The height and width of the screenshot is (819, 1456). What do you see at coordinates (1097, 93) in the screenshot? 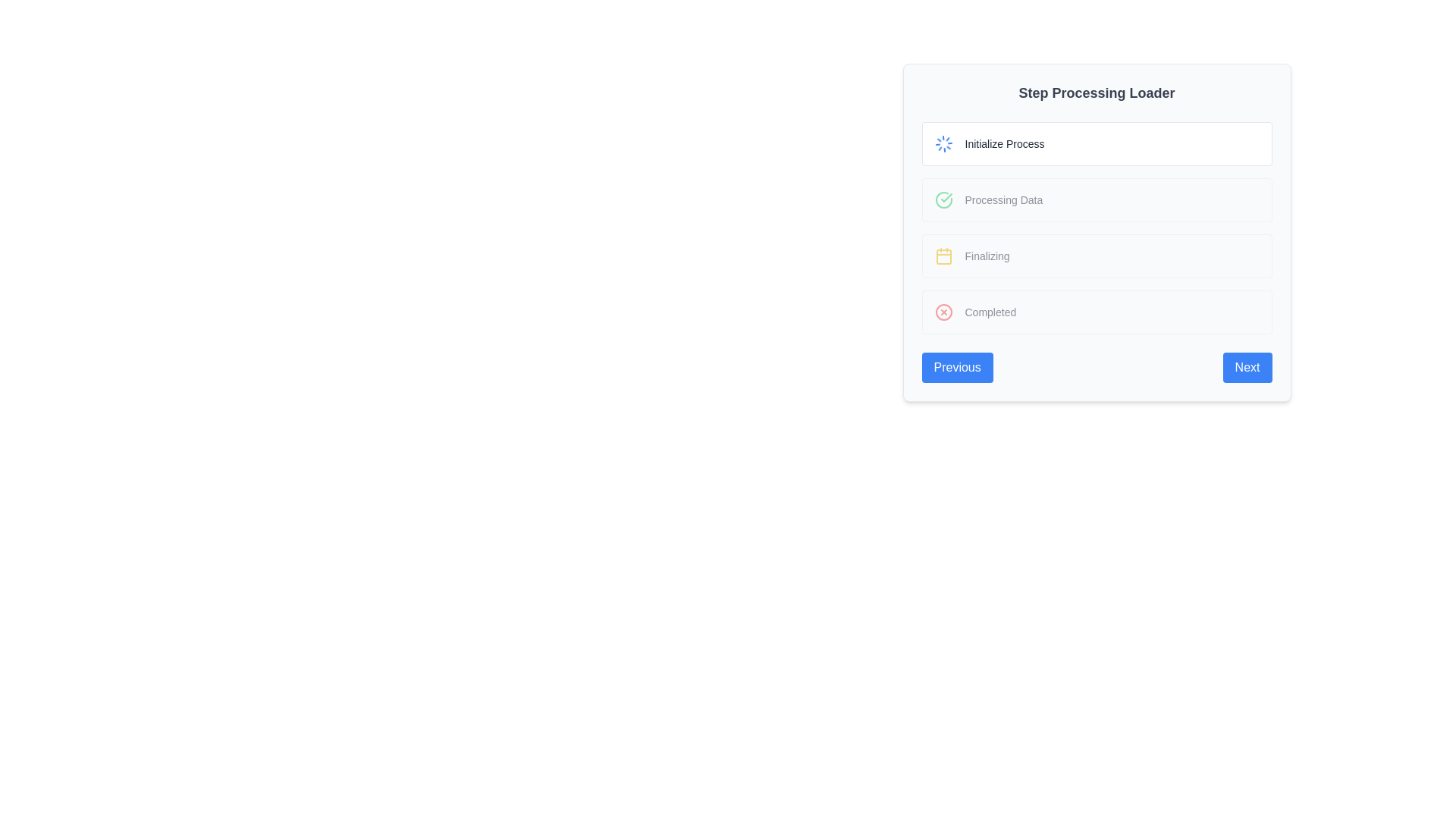
I see `the text label that reads 'Step Processing Loader', which is styled in bold gray font and positioned at the top of the step progression interface` at bounding box center [1097, 93].